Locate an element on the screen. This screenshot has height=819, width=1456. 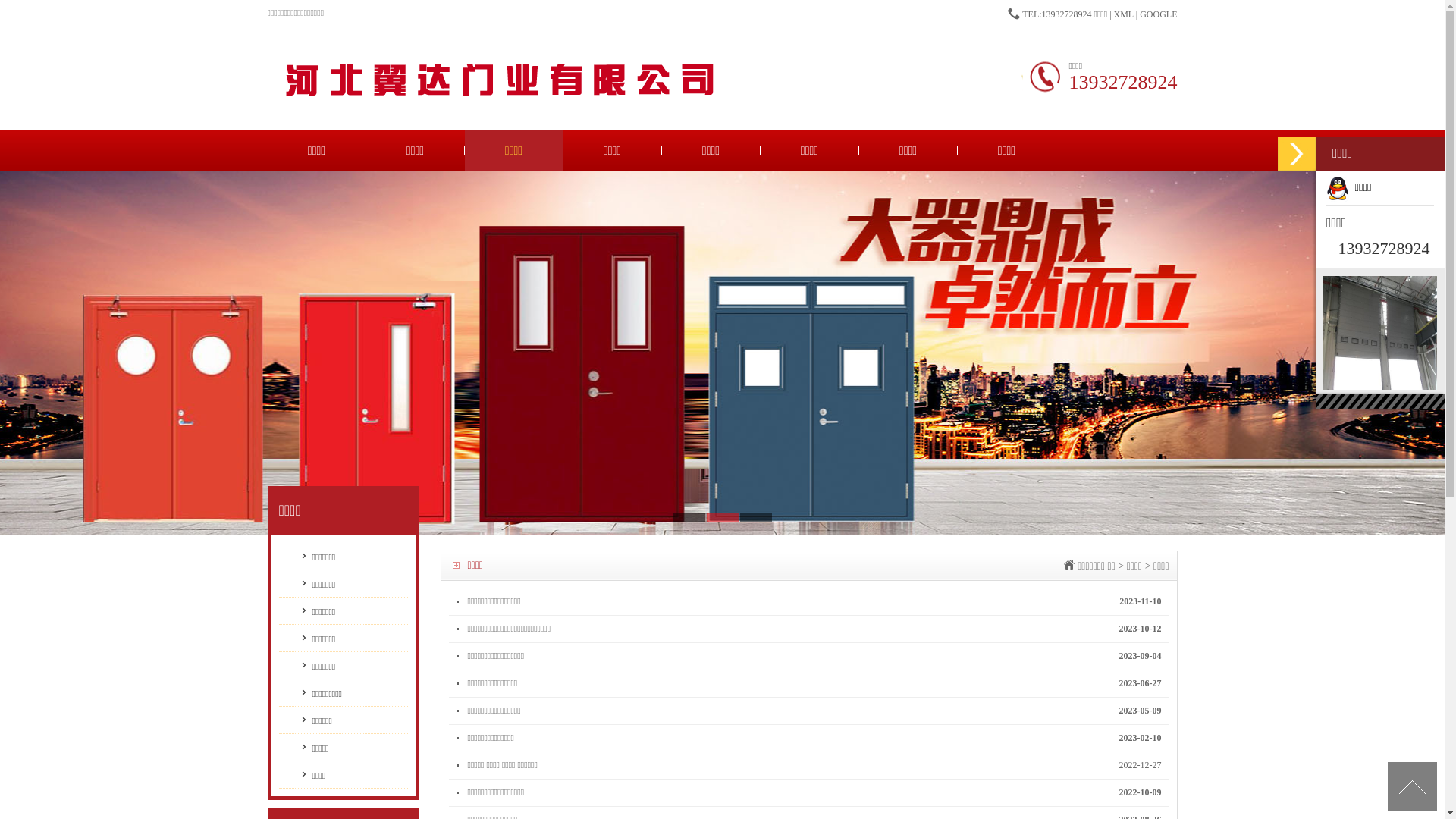
'XML' is located at coordinates (1124, 14).